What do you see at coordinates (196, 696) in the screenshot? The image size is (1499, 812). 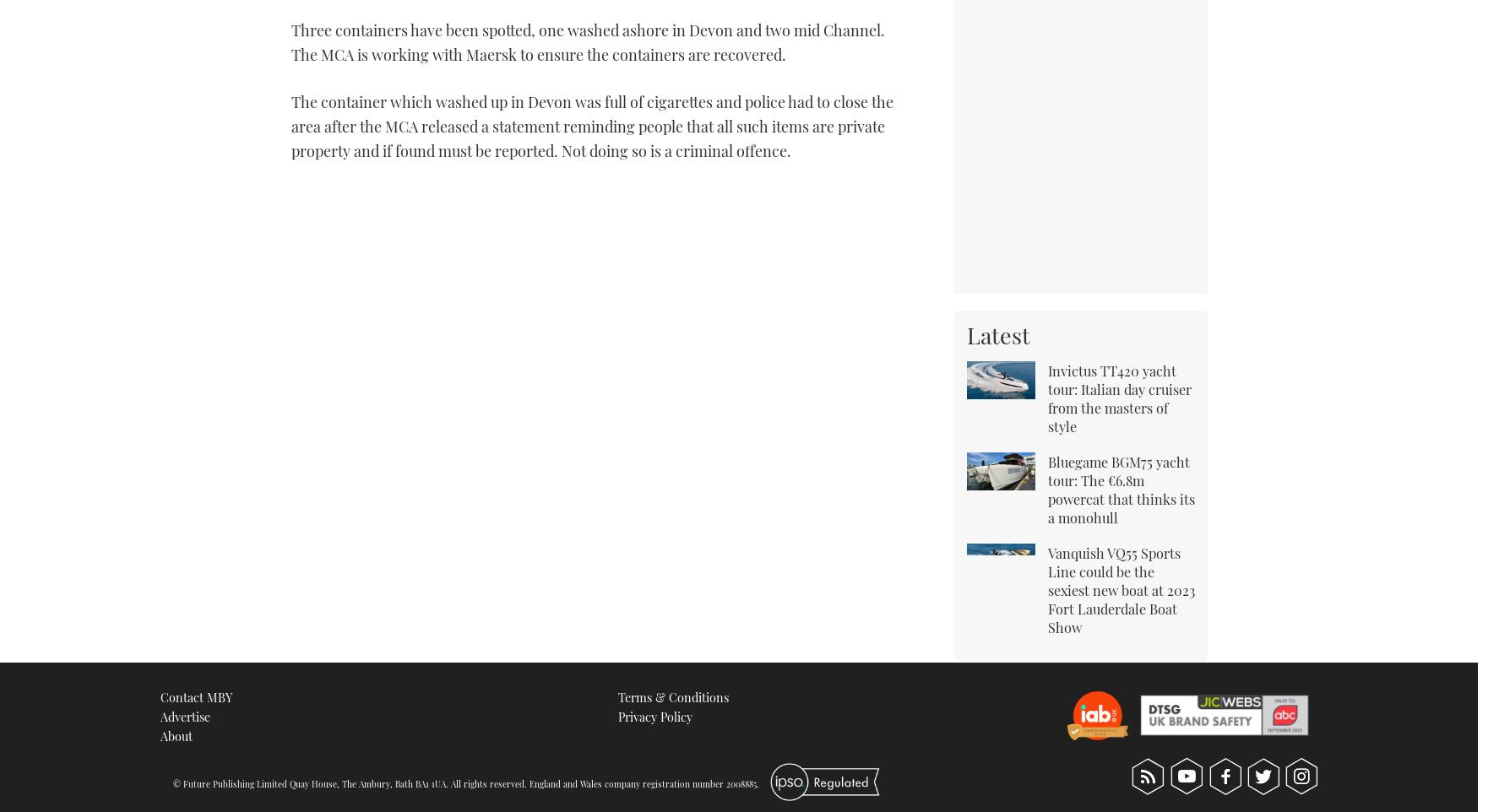 I see `'Contact MBY'` at bounding box center [196, 696].